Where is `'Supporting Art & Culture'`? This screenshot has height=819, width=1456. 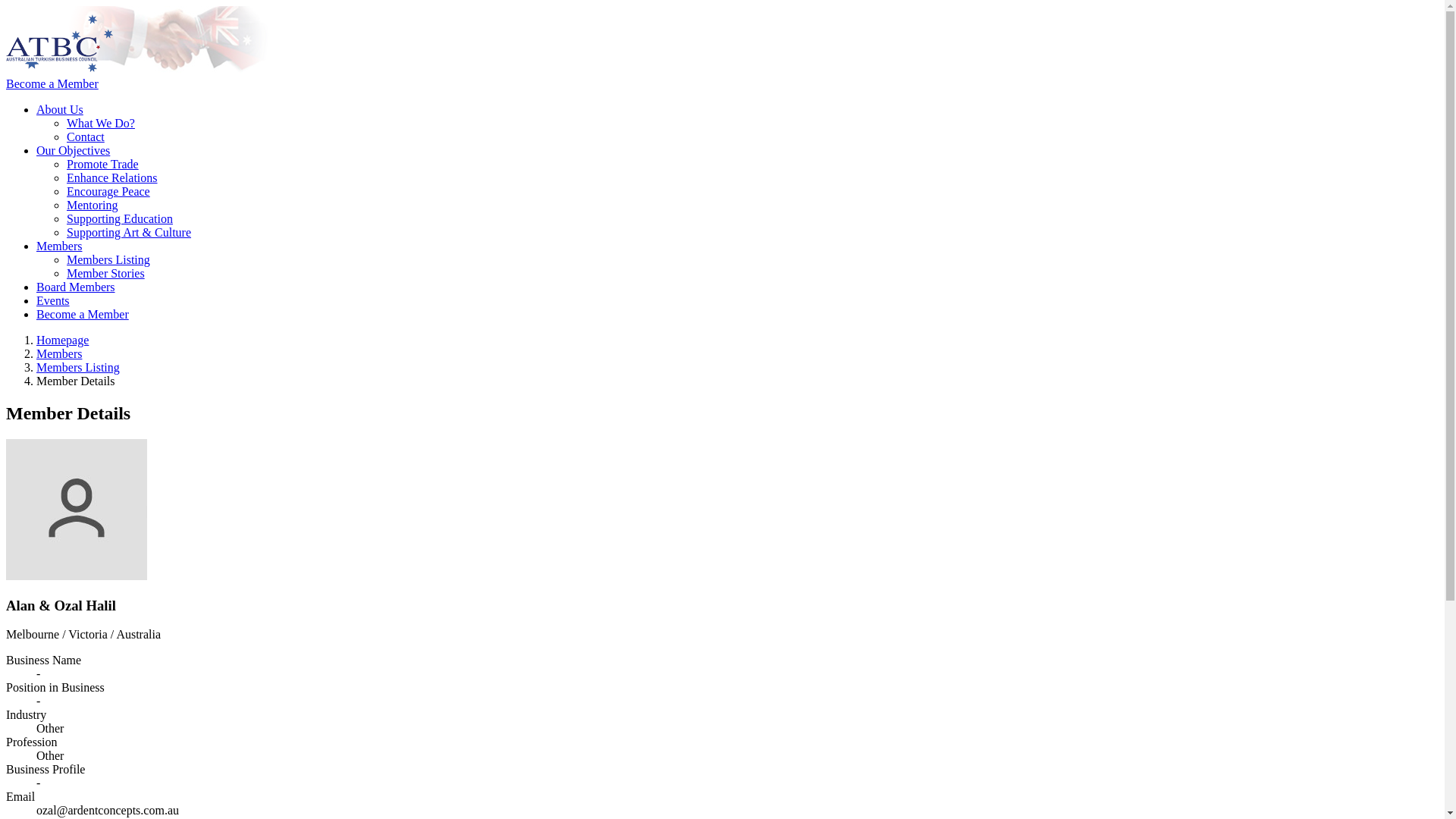
'Supporting Art & Culture' is located at coordinates (128, 232).